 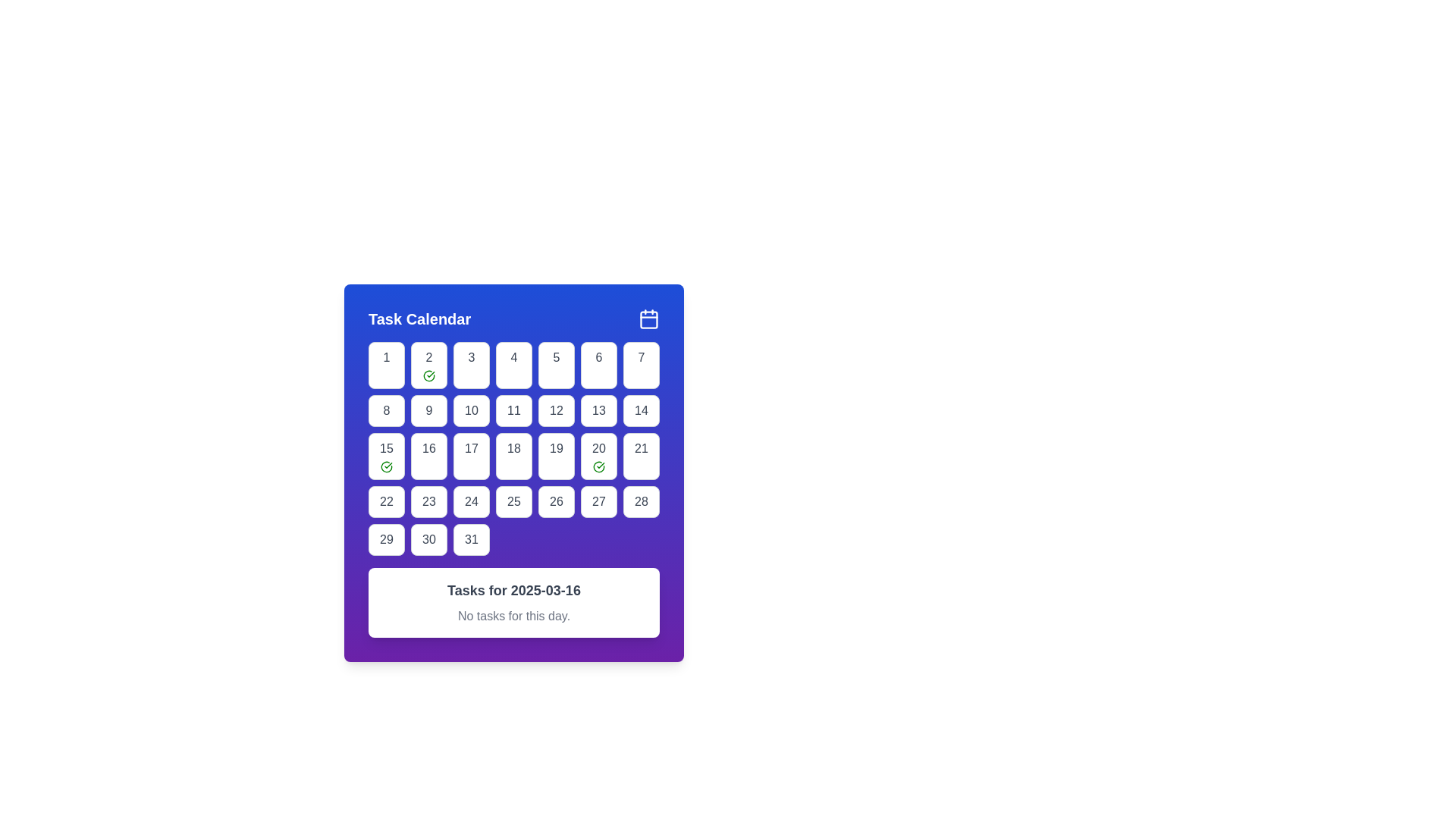 I want to click on the text label representing the date '20' in the calendar interface, located in the sixth cell of the third row, so click(x=598, y=447).